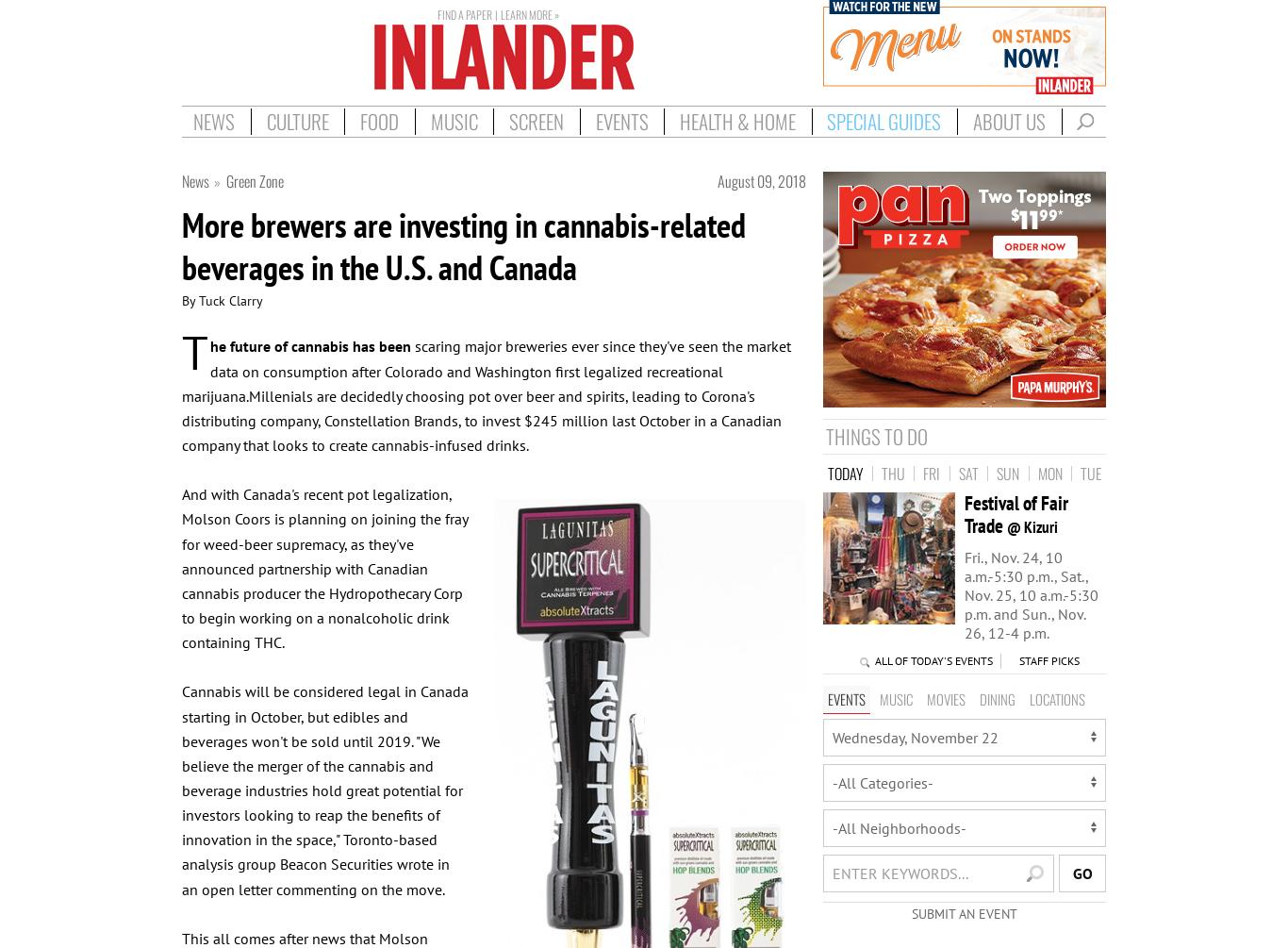 The width and height of the screenshot is (1288, 948). Describe the element at coordinates (1049, 472) in the screenshot. I see `'Mon'` at that location.